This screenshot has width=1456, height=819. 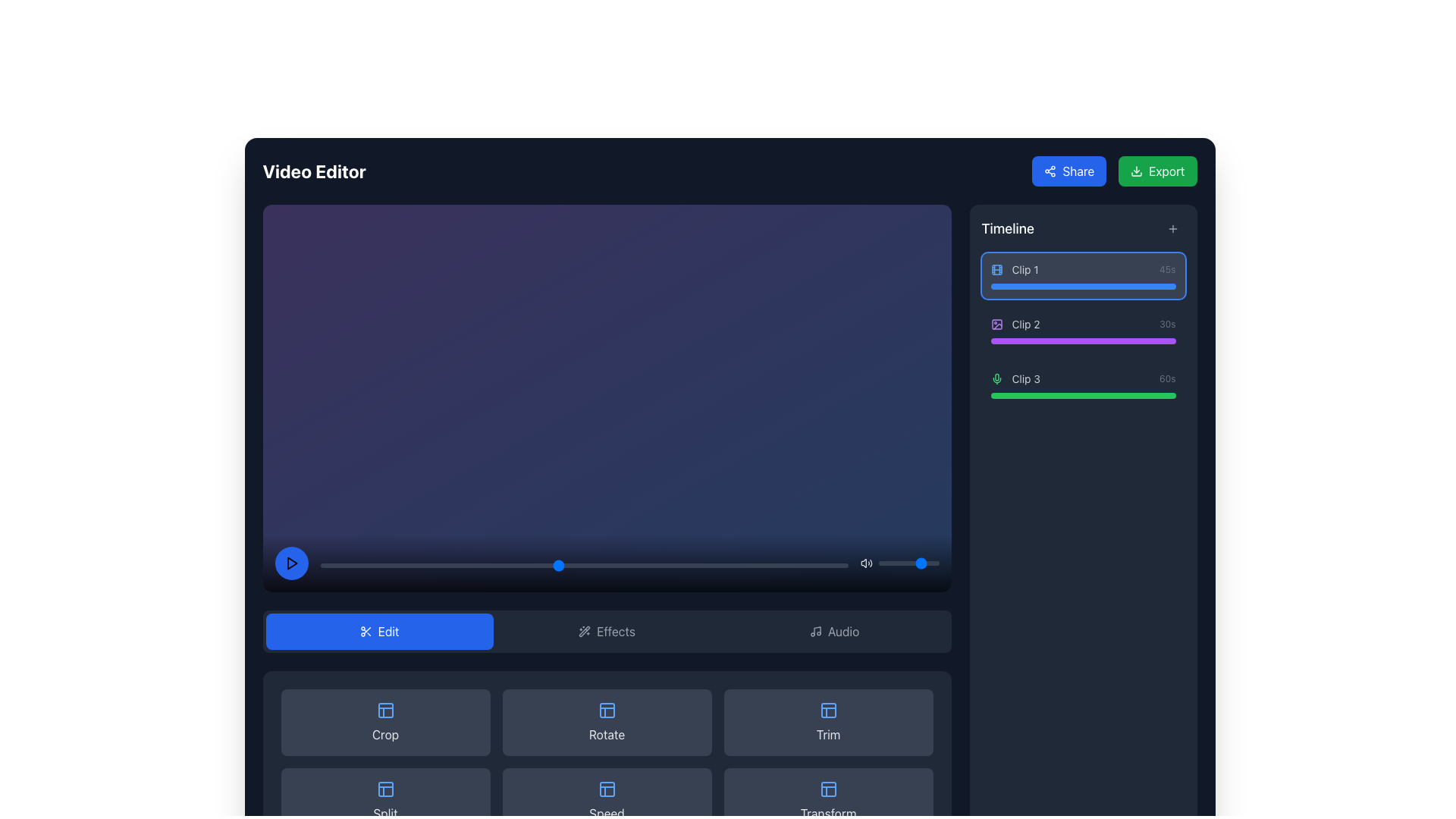 I want to click on the icon located in the bottom section of the interface, which is a rectangular shape with rounded corners styled as a grid-like panel, so click(x=385, y=788).